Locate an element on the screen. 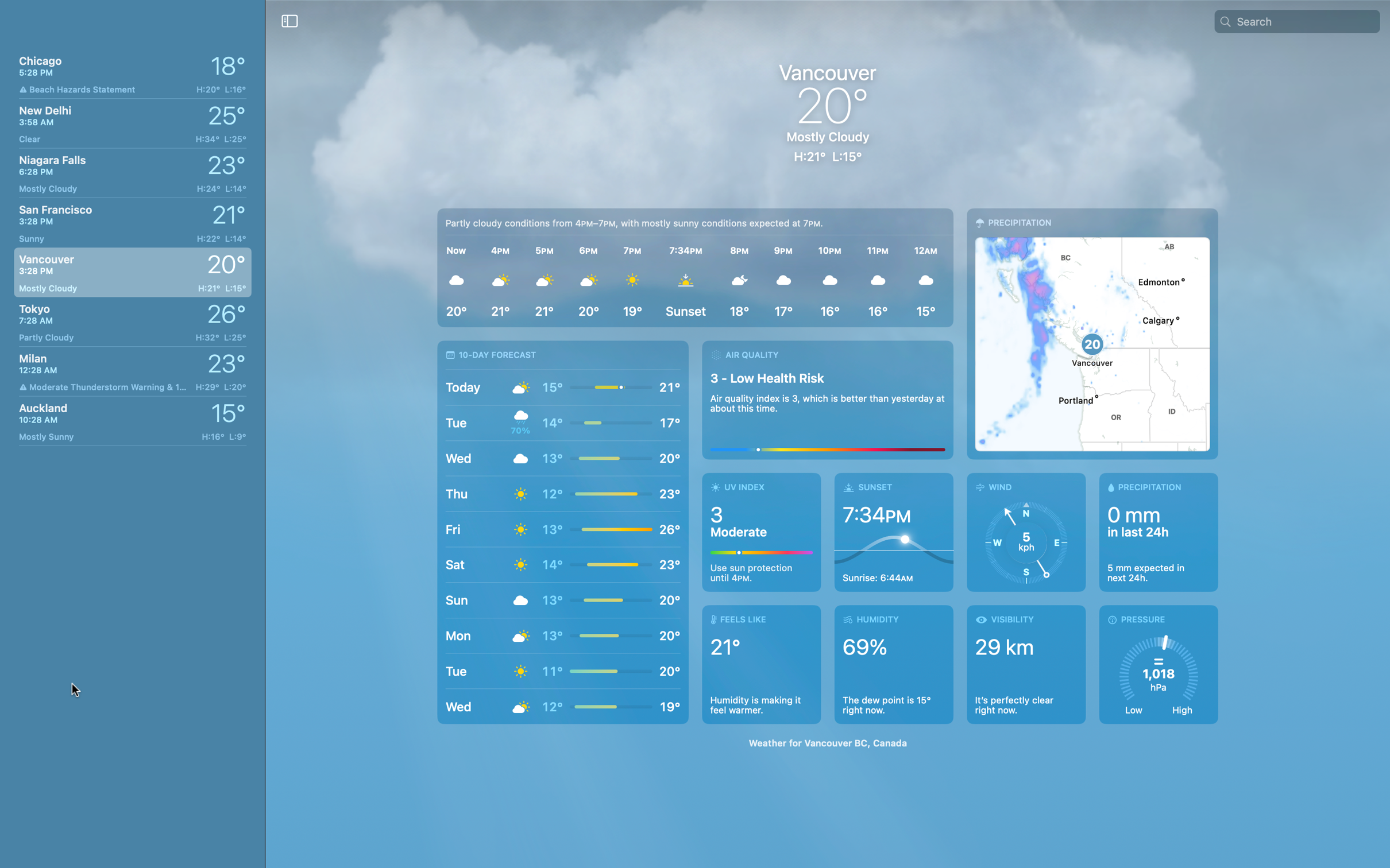 The image size is (1390, 868). Check the Ultraviolet Index in Vancouver is located at coordinates (762, 532).